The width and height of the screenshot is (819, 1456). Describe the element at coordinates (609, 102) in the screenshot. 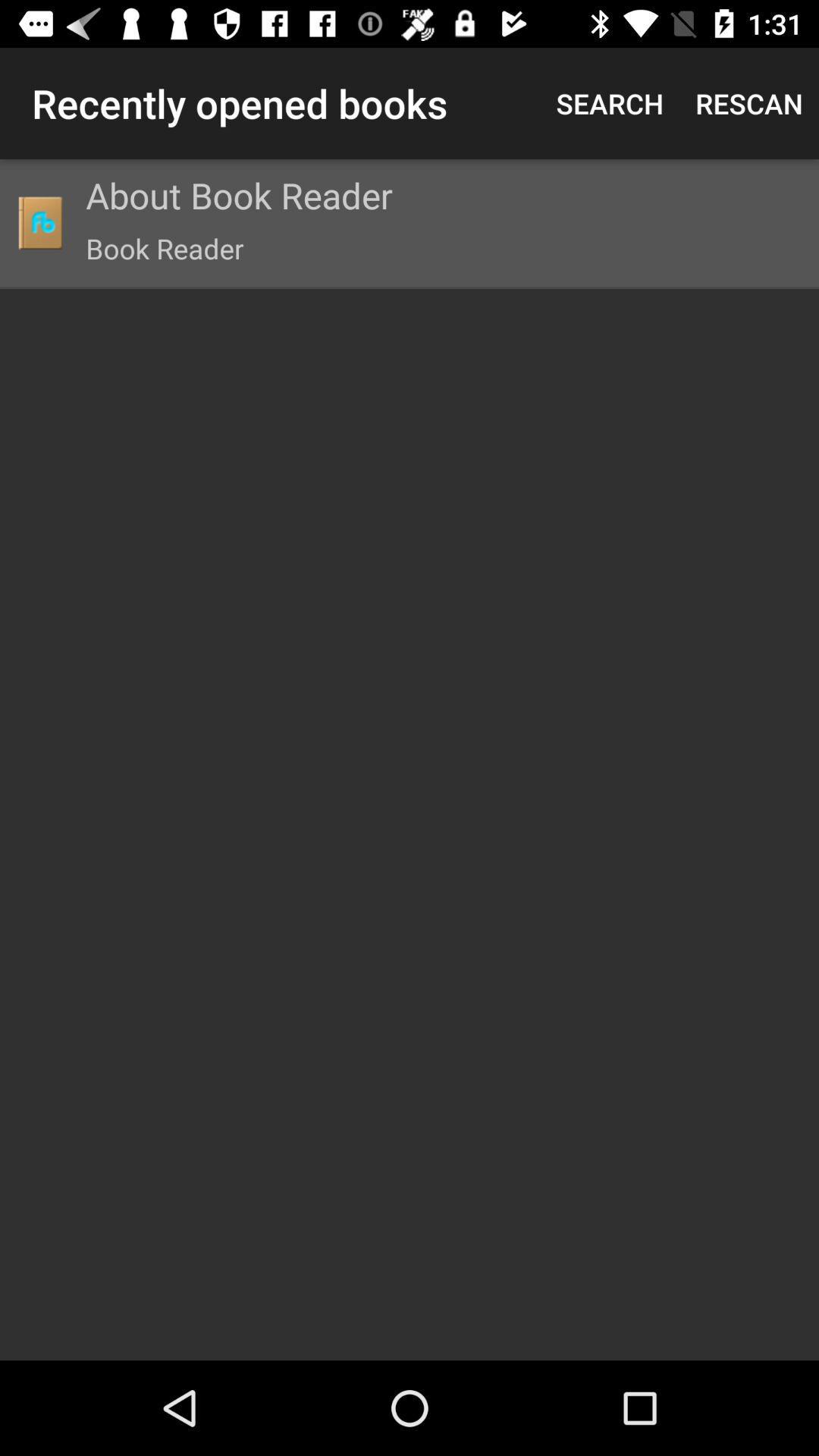

I see `the item to the left of the rescan icon` at that location.